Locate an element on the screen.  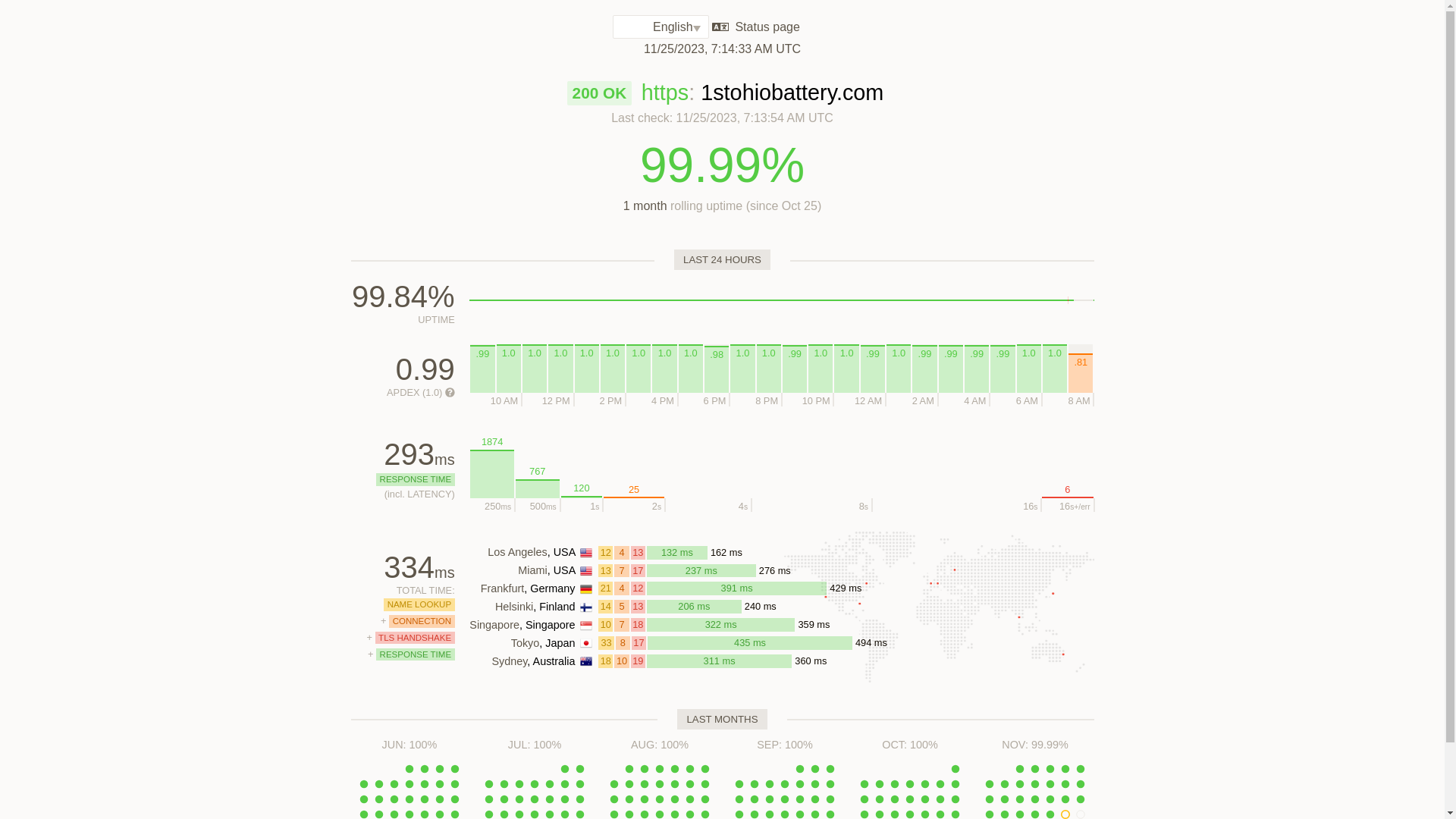
'<small>Aug 07:</small> No downtime' is located at coordinates (614, 783).